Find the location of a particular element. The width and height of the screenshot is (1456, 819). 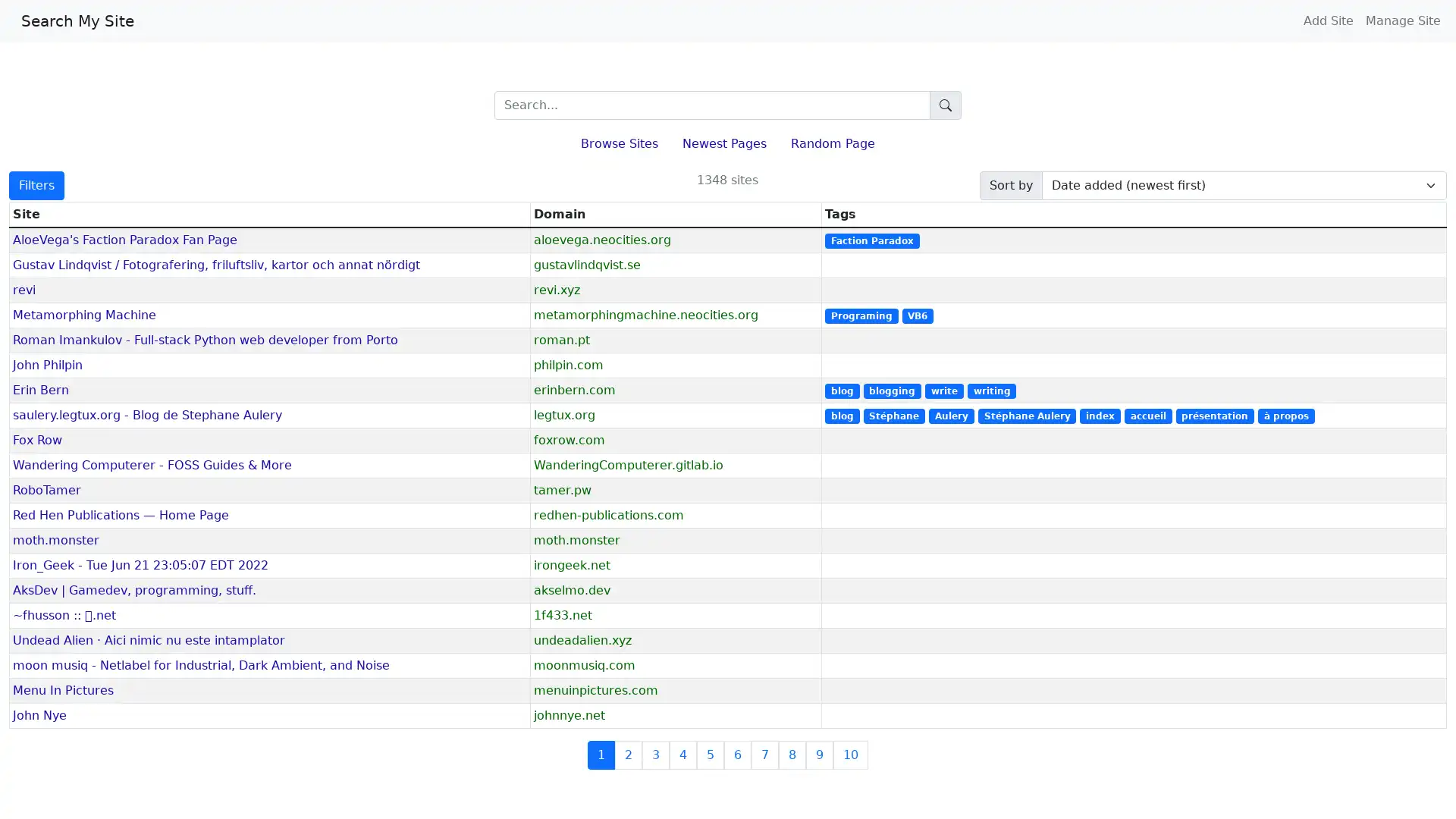

9 is located at coordinates (818, 755).